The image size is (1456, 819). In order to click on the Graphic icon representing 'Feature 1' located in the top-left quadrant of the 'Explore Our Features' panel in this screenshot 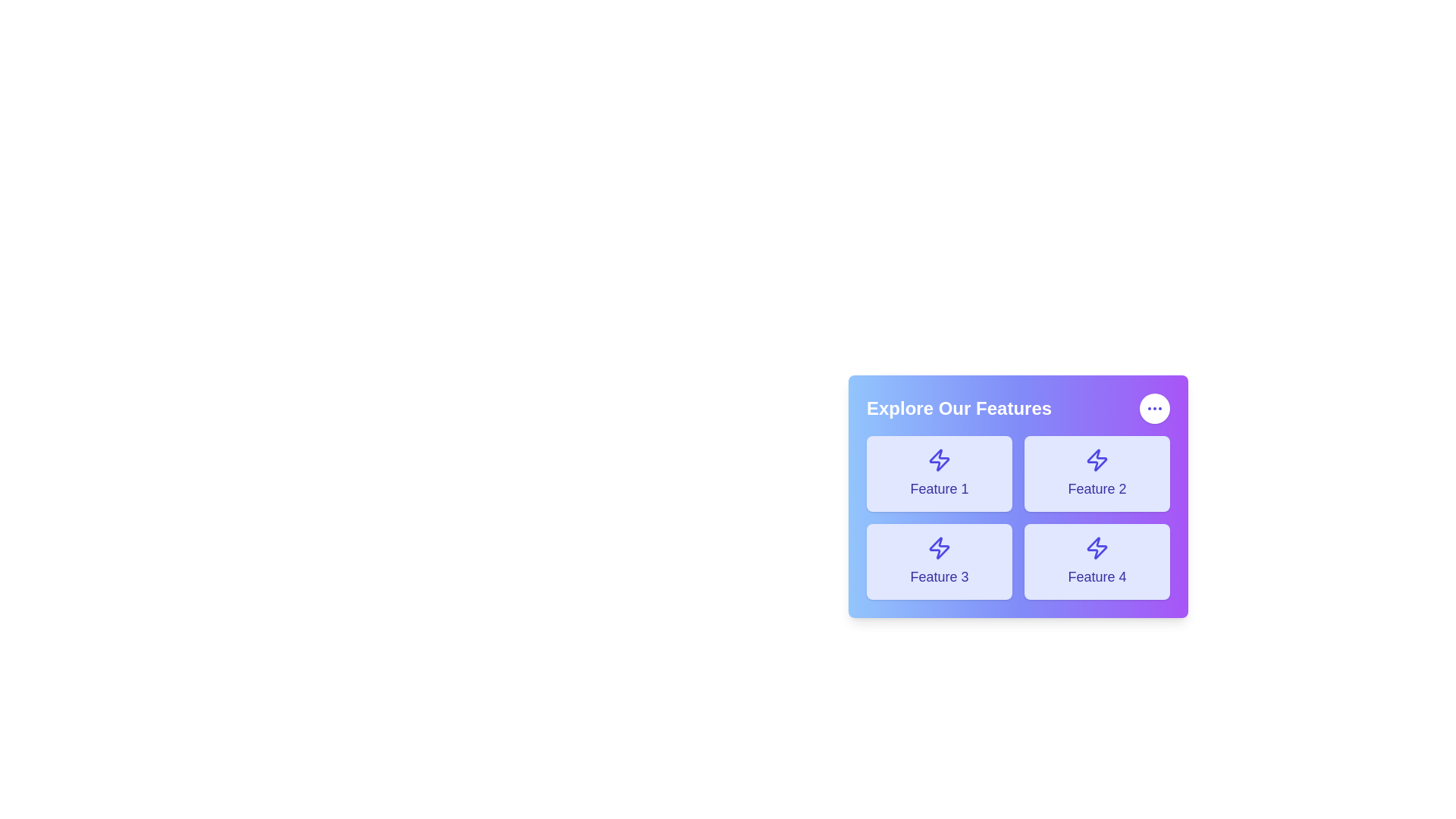, I will do `click(938, 459)`.